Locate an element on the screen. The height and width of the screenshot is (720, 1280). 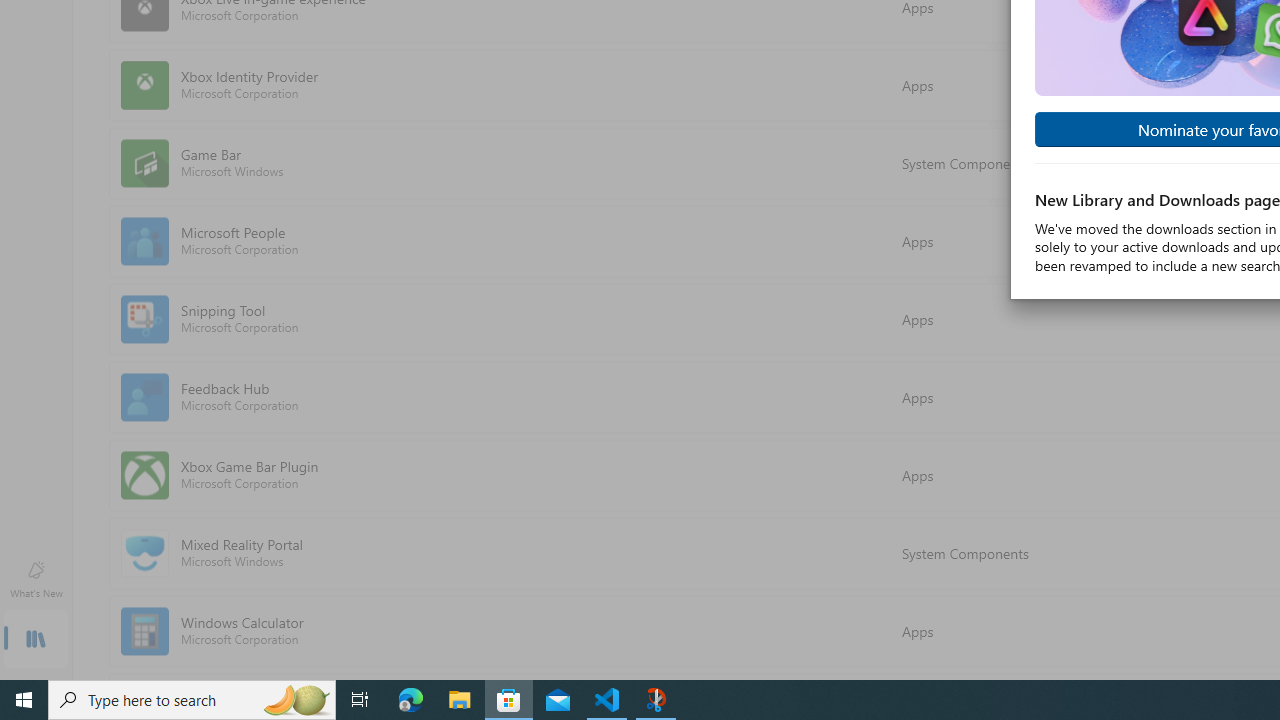
'What' is located at coordinates (35, 578).